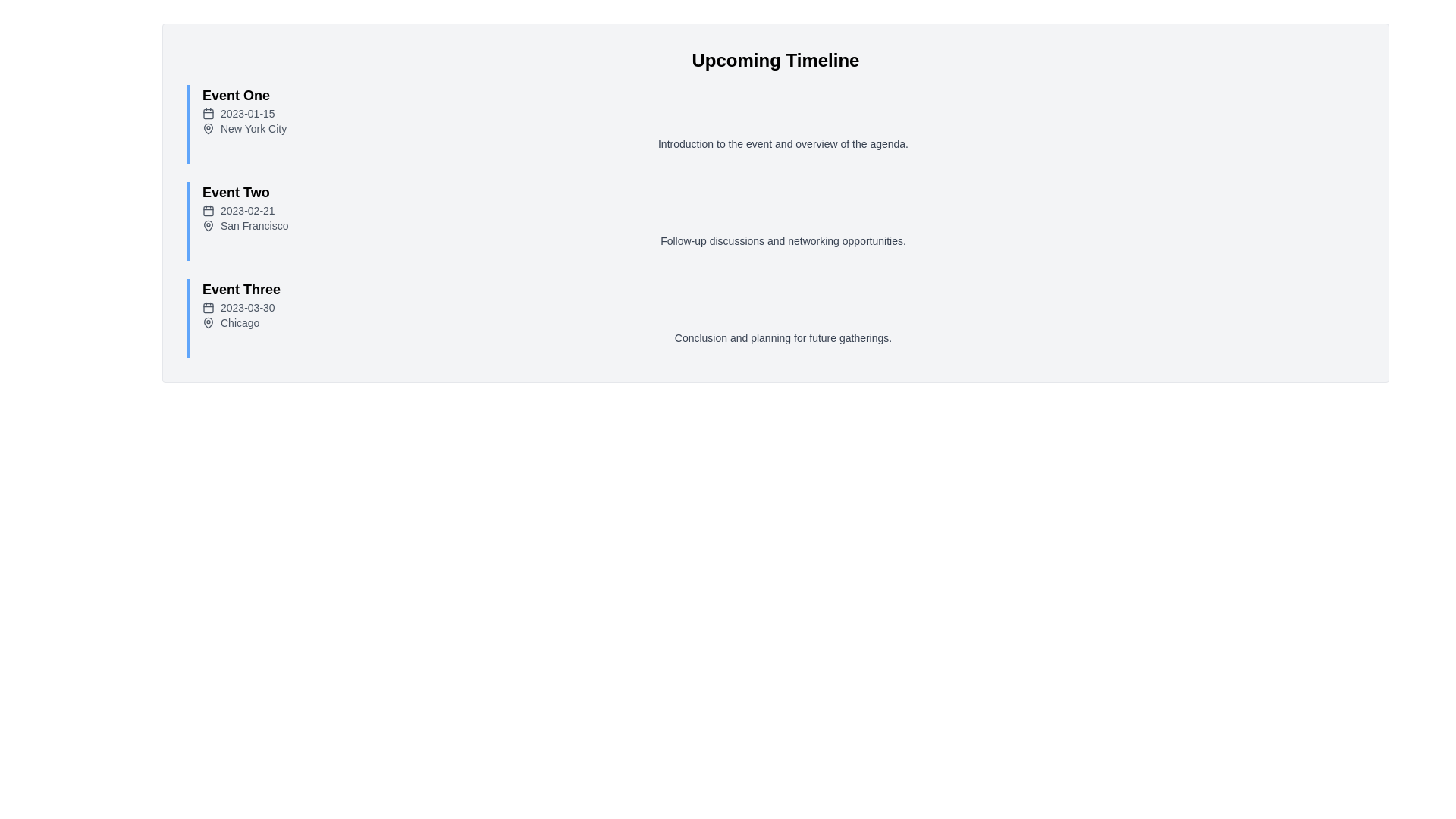 The width and height of the screenshot is (1456, 819). I want to click on the text label displaying 'Event One' for accessibility purposes, so click(235, 96).